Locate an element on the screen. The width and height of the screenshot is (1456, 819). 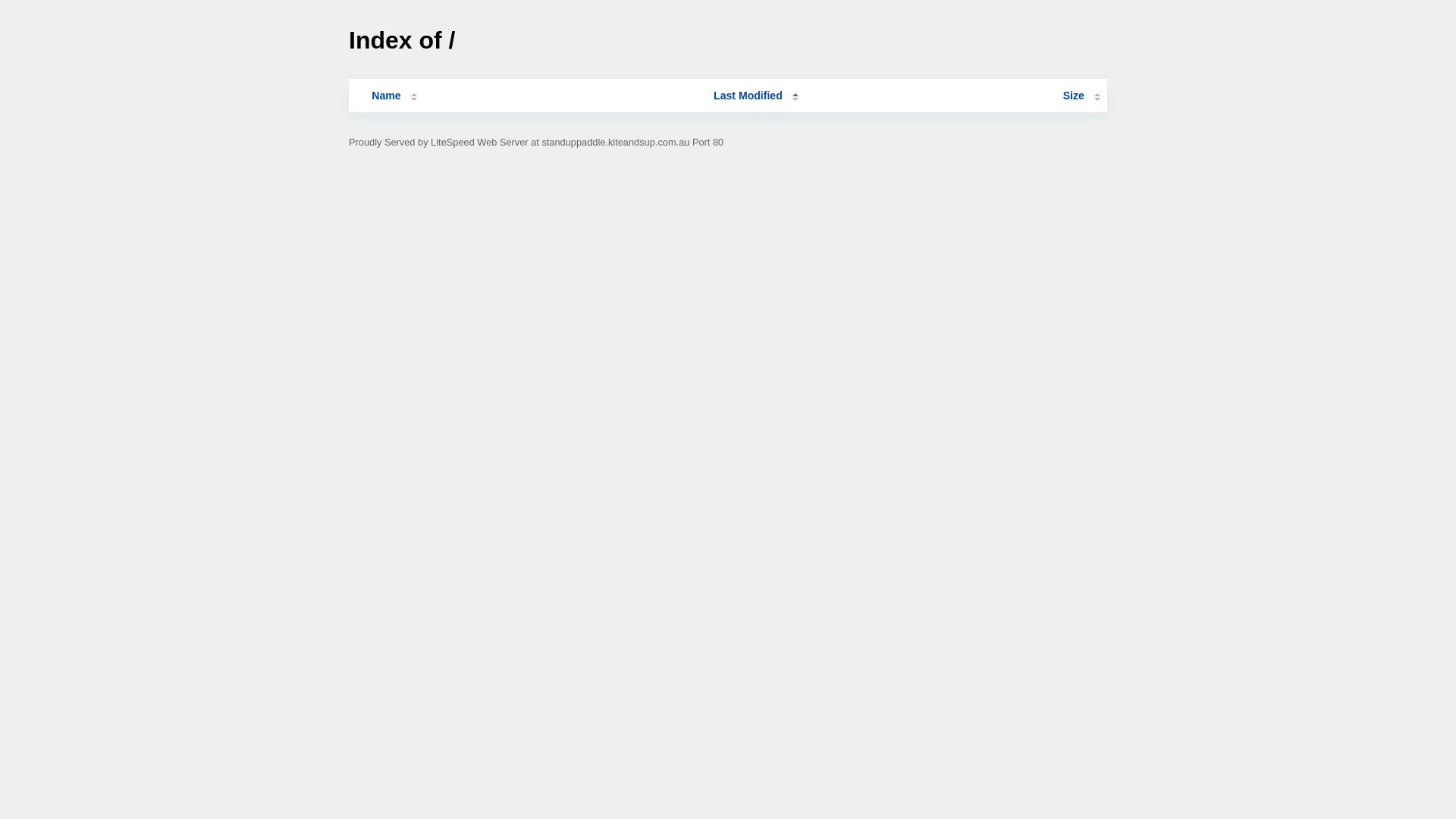
'Name' is located at coordinates (385, 96).